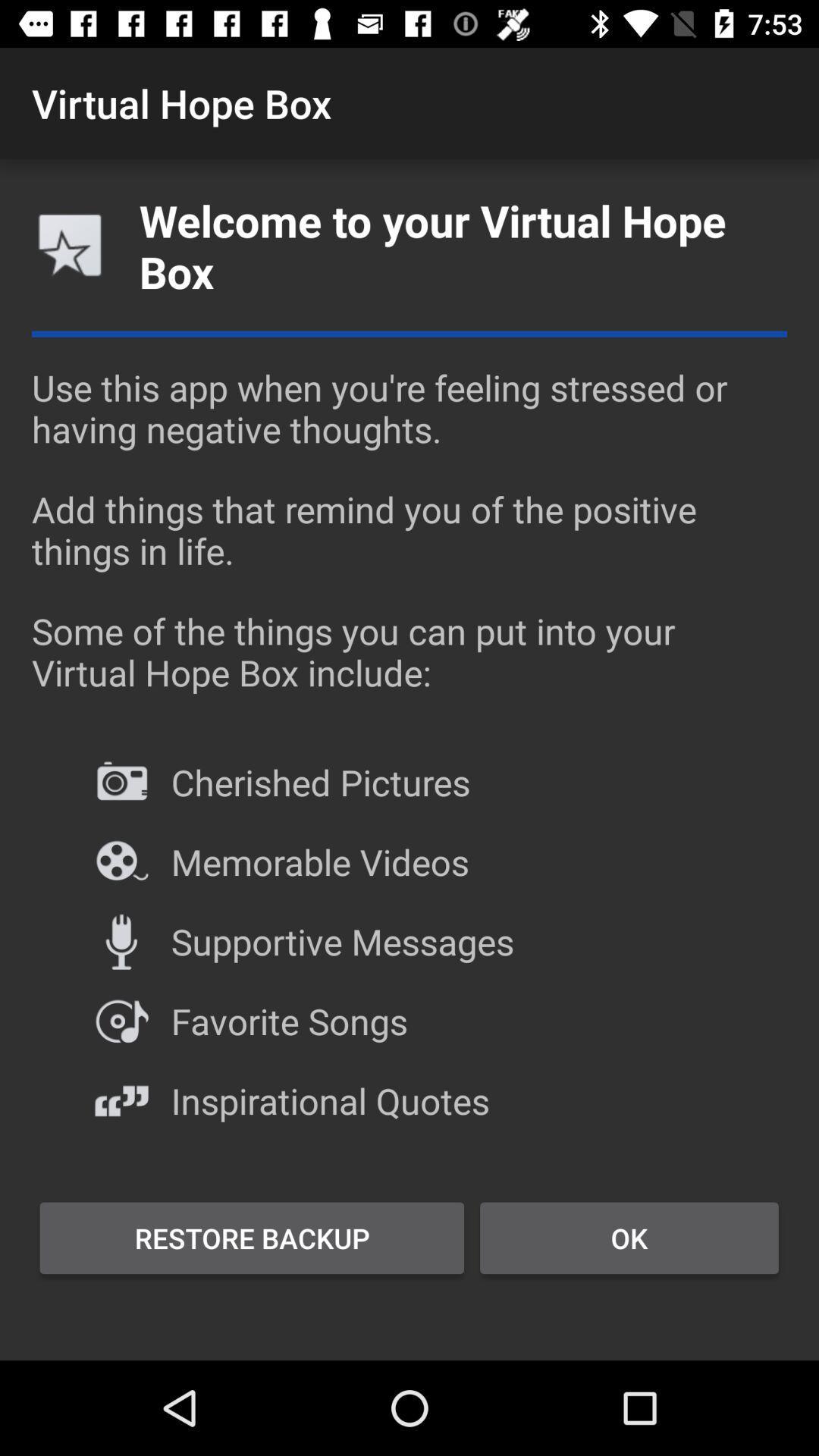  I want to click on the icon at the bottom right corner, so click(629, 1238).